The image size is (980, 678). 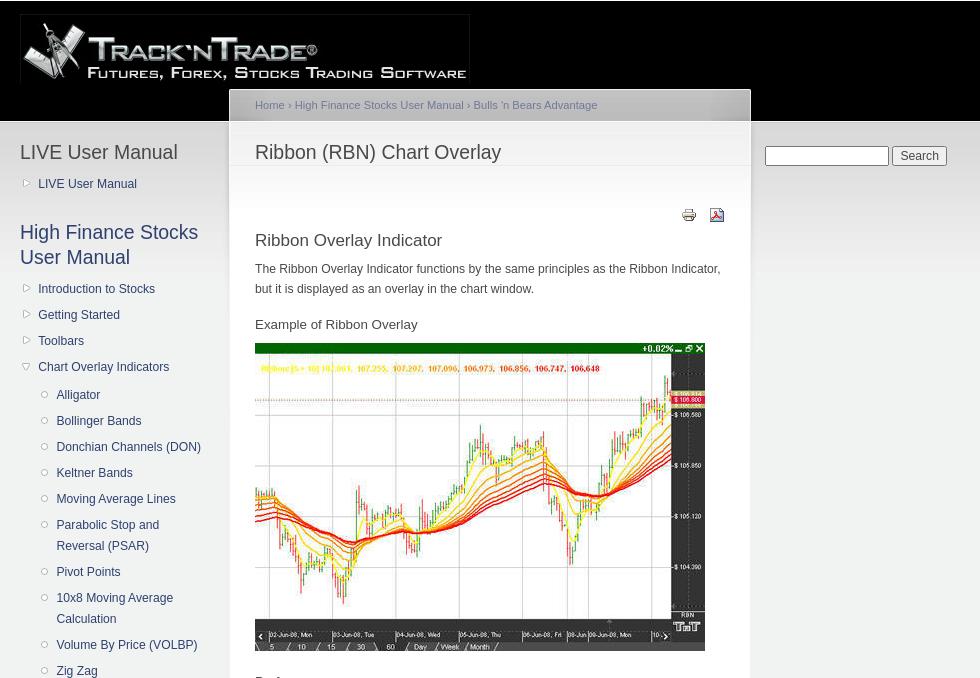 I want to click on 'Ribbon (RBN) Chart Overlay', so click(x=254, y=151).